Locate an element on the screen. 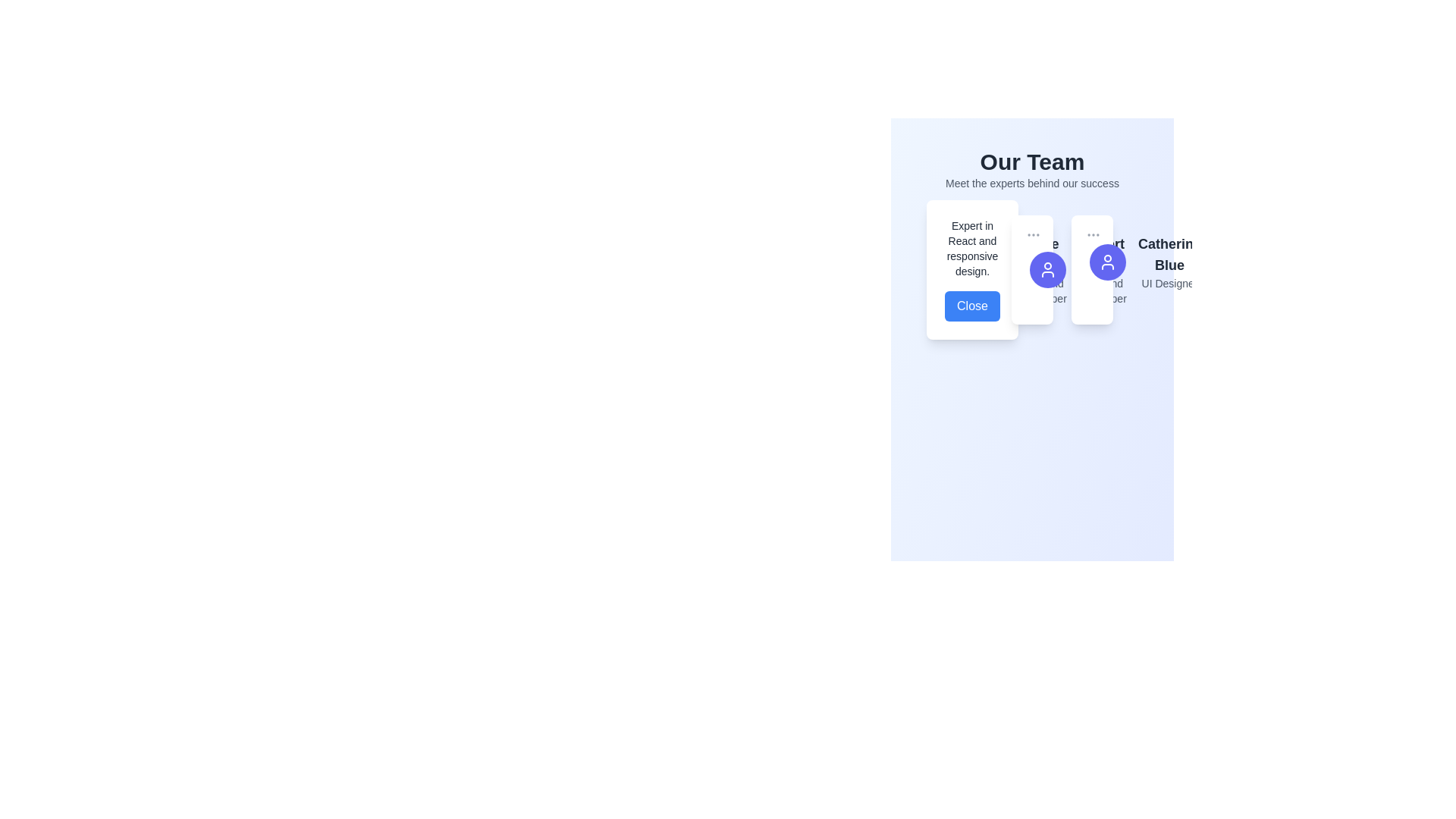 The image size is (1456, 819). the 'Close' button with a blue background and rounded corners to change its styling is located at coordinates (972, 306).